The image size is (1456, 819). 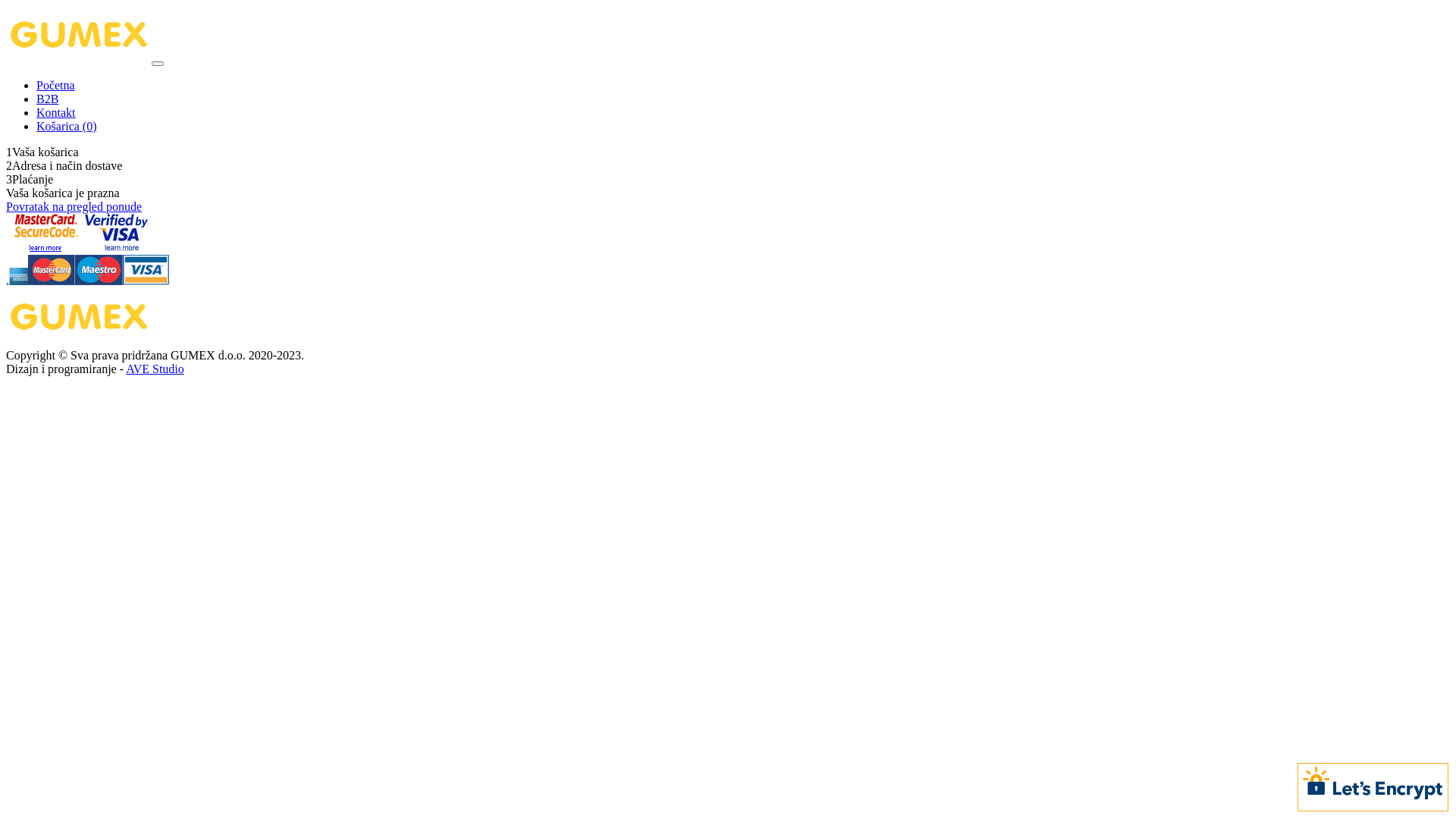 I want to click on 'Lets Encrypt', so click(x=1373, y=785).